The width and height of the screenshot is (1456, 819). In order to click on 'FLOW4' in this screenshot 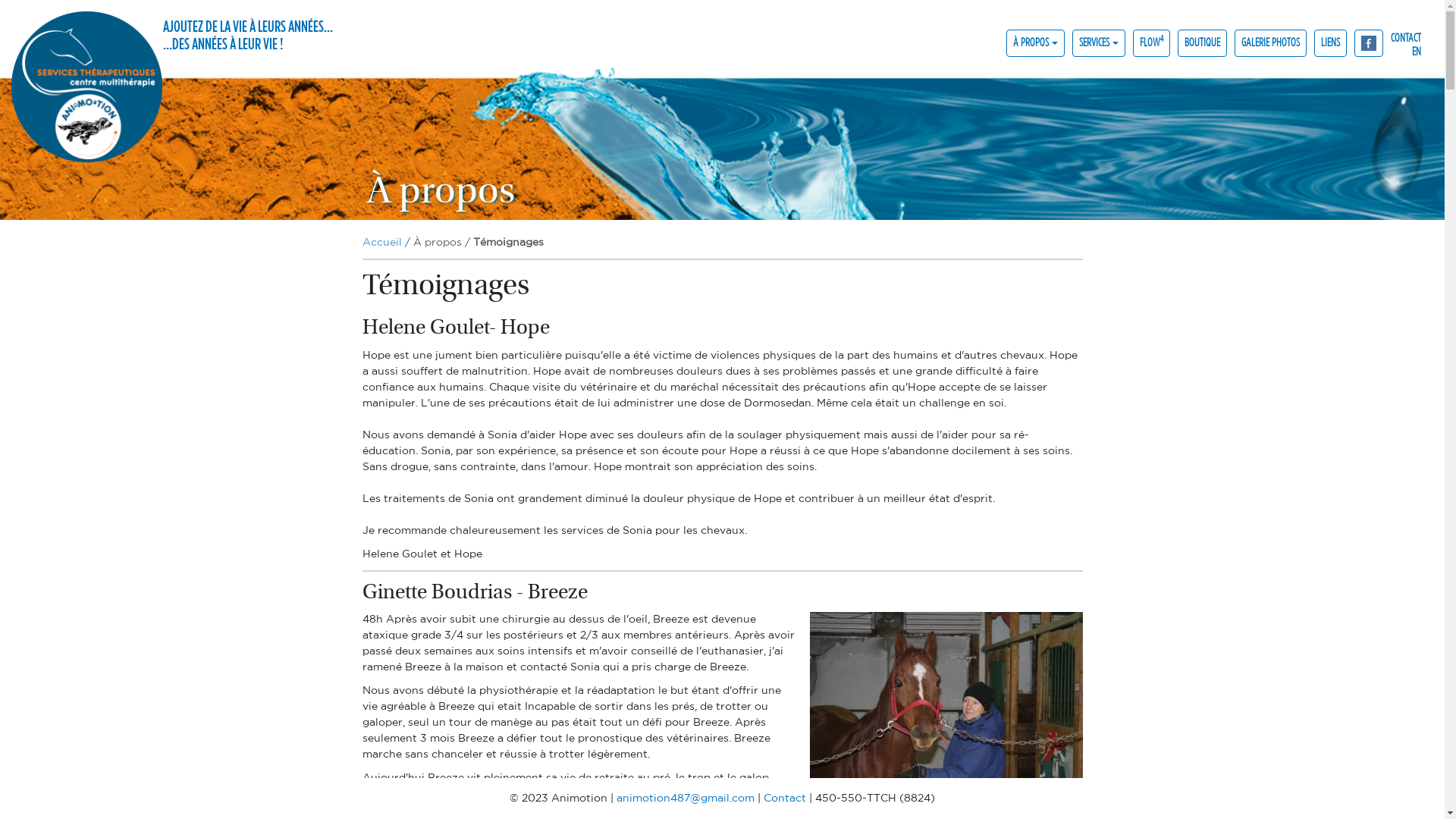, I will do `click(1151, 42)`.